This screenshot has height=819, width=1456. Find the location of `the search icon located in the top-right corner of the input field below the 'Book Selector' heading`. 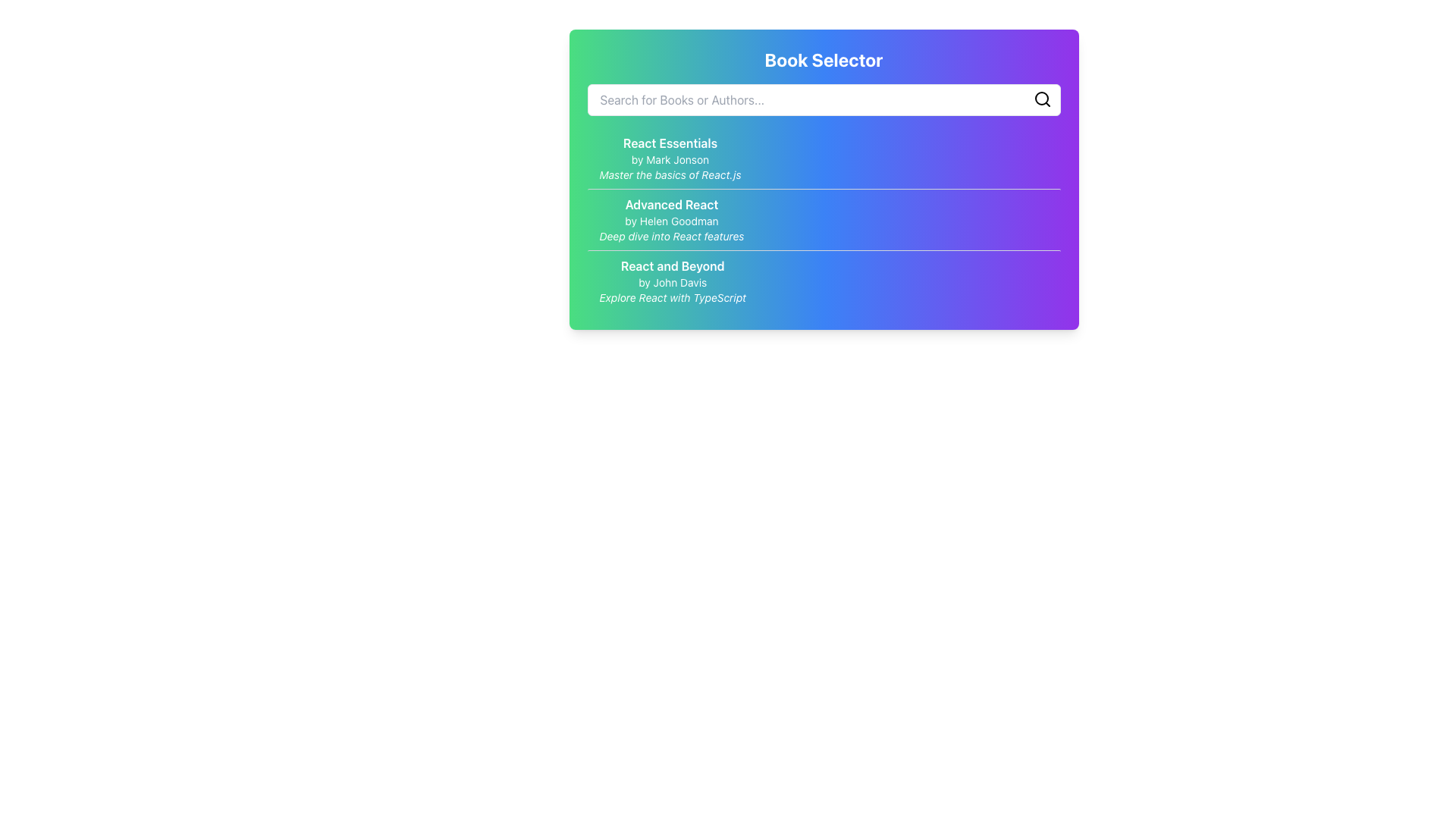

the search icon located in the top-right corner of the input field below the 'Book Selector' heading is located at coordinates (1041, 99).